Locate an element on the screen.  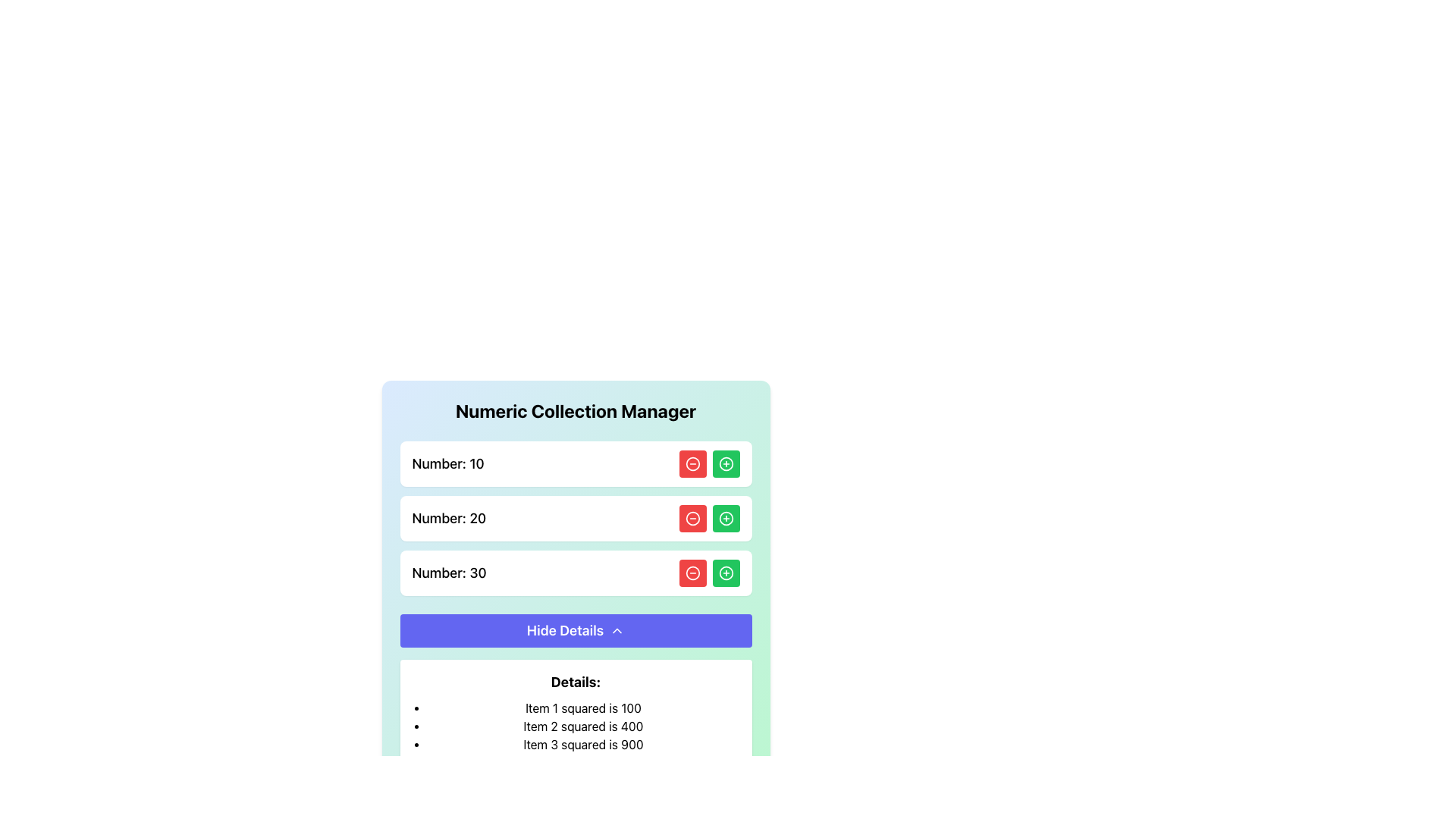
the unordered list displaying three items with bullets, which mentions numerical values and their squares, located under the 'Details:' section is located at coordinates (575, 725).